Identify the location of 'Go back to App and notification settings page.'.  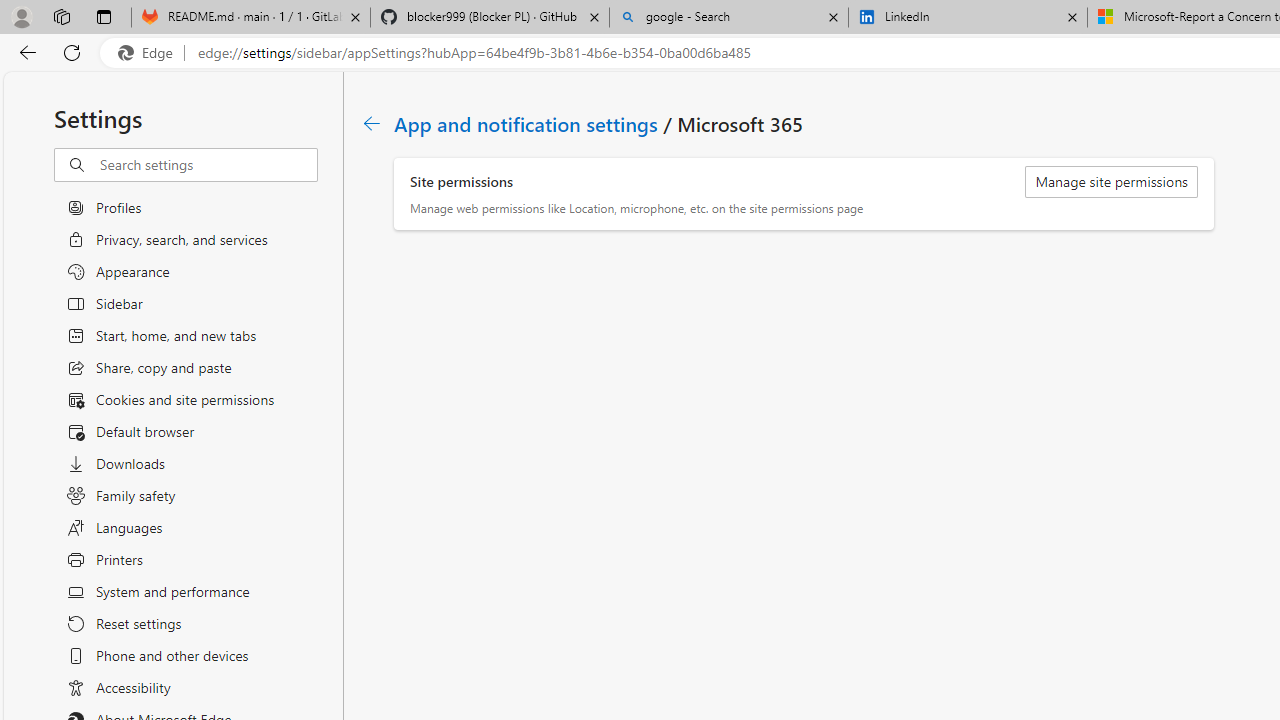
(372, 123).